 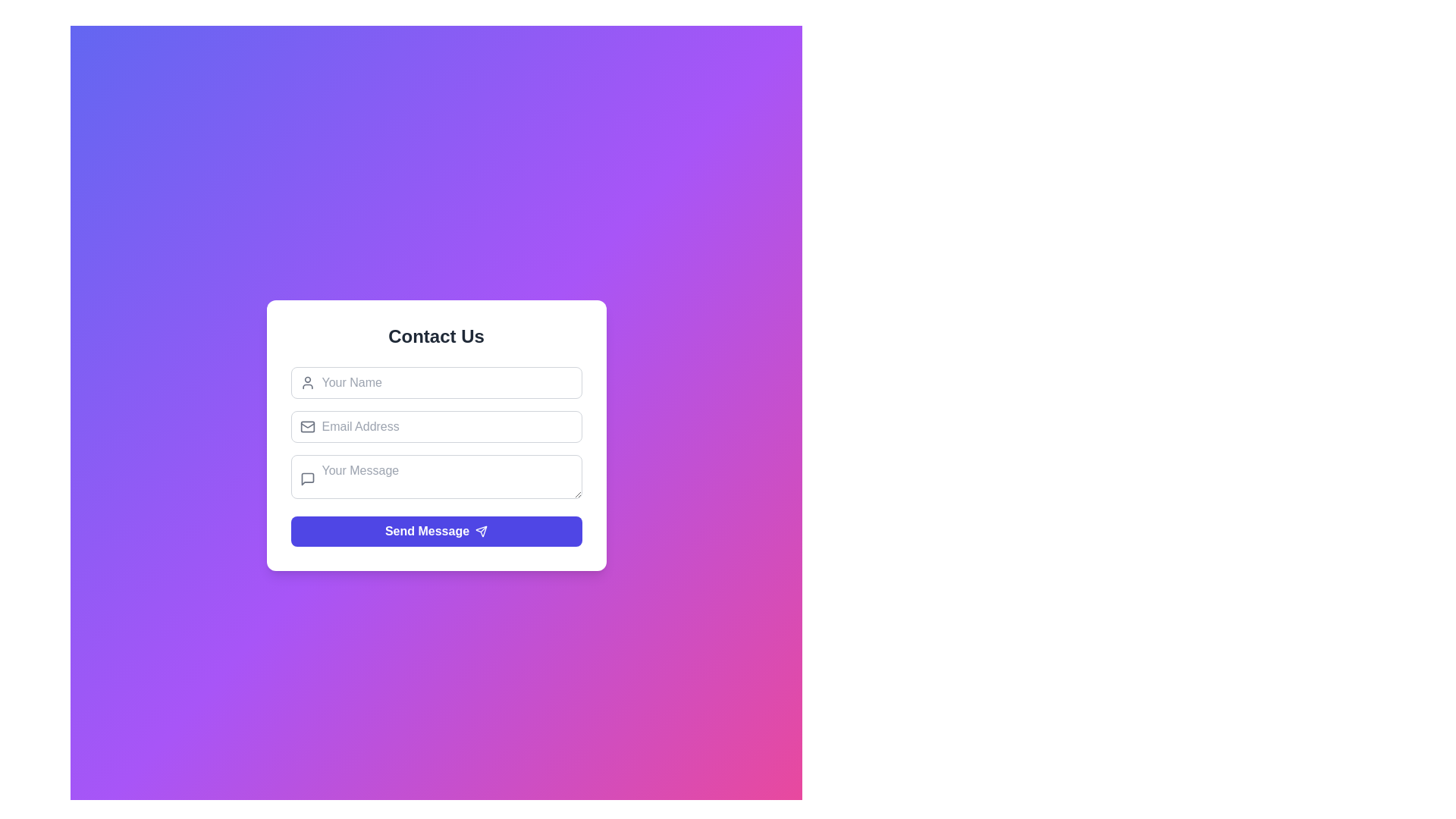 What do you see at coordinates (306, 381) in the screenshot?
I see `the gray user profile SVG icon located inside the 'Your Name' input field, positioned on the left side of the input box` at bounding box center [306, 381].